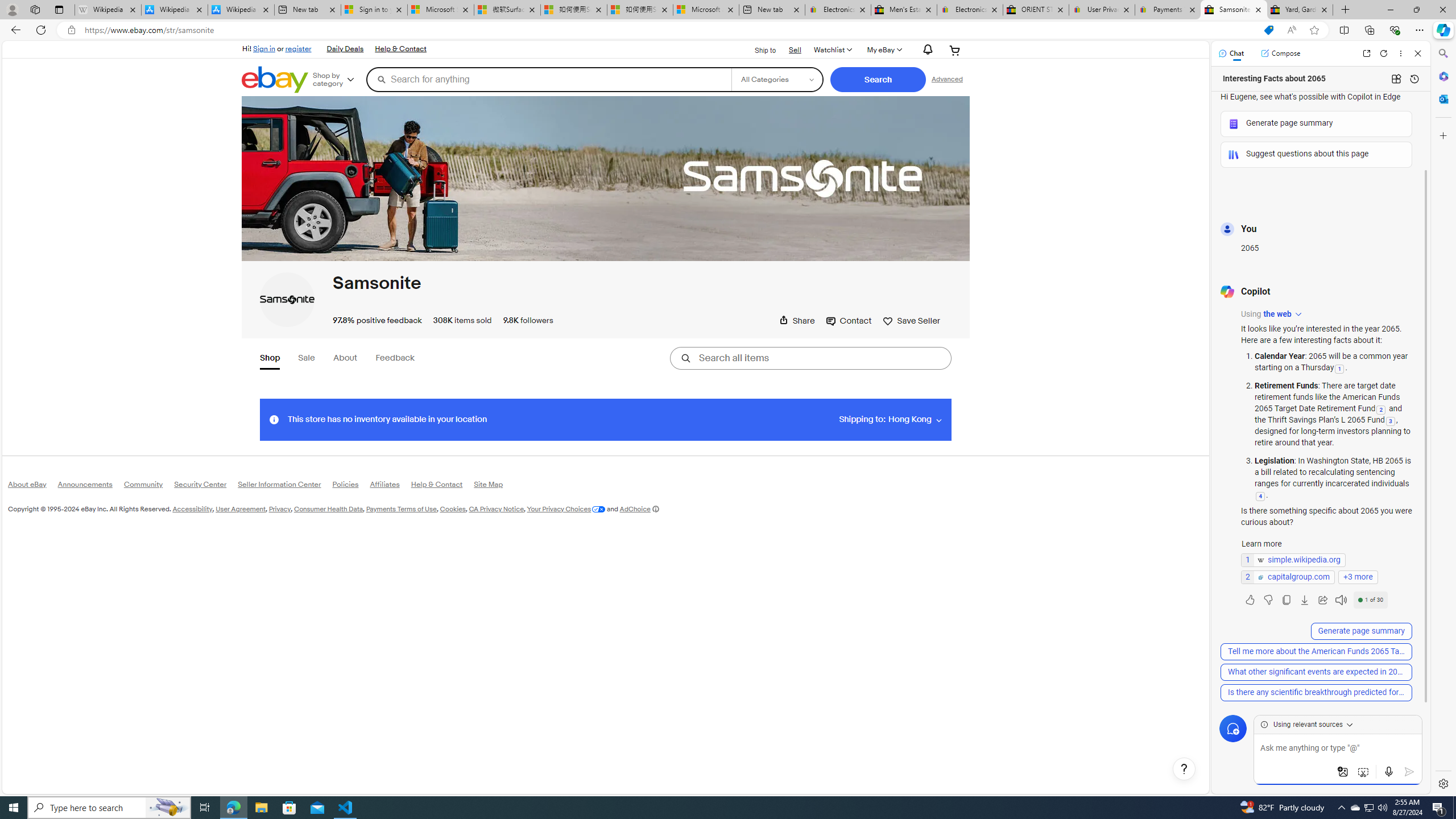  What do you see at coordinates (946, 78) in the screenshot?
I see `'Advanced Search'` at bounding box center [946, 78].